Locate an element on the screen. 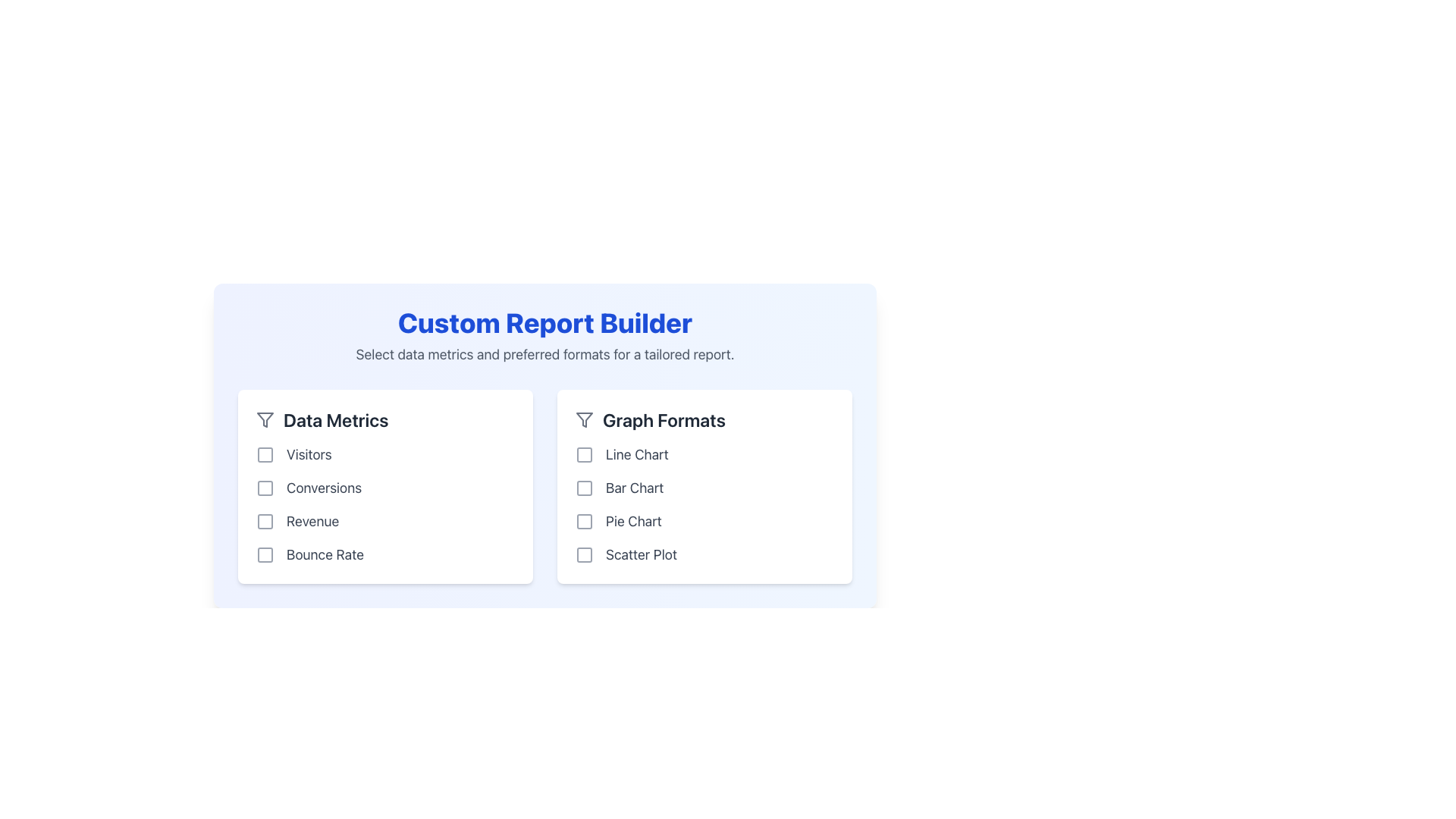 This screenshot has width=1456, height=819. the 'Conversions' checkbox located in the 'Data Metrics' category of the 'Custom Report Builder' interface is located at coordinates (385, 488).